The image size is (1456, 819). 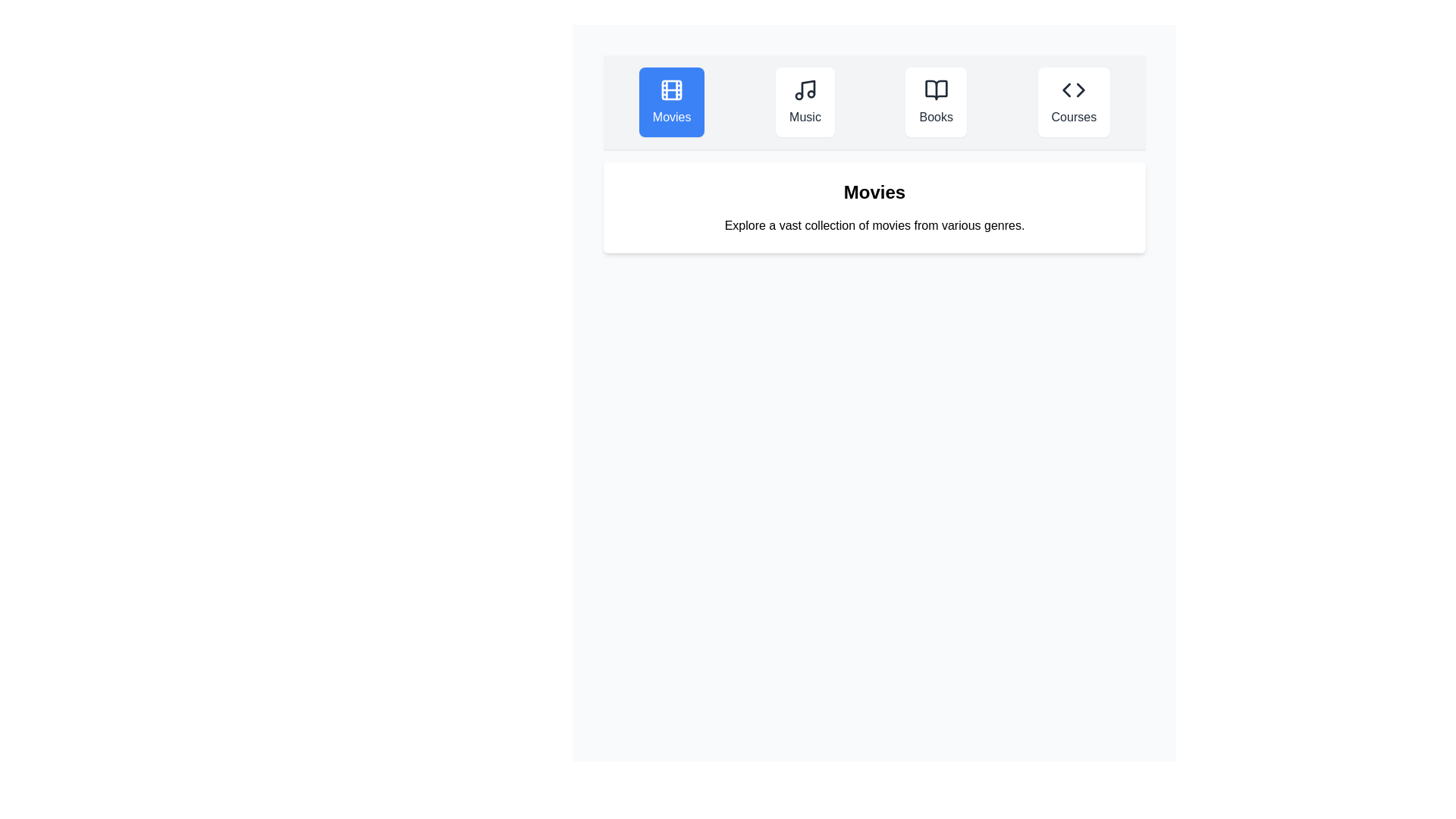 I want to click on the Books tab to view its content, so click(x=935, y=102).